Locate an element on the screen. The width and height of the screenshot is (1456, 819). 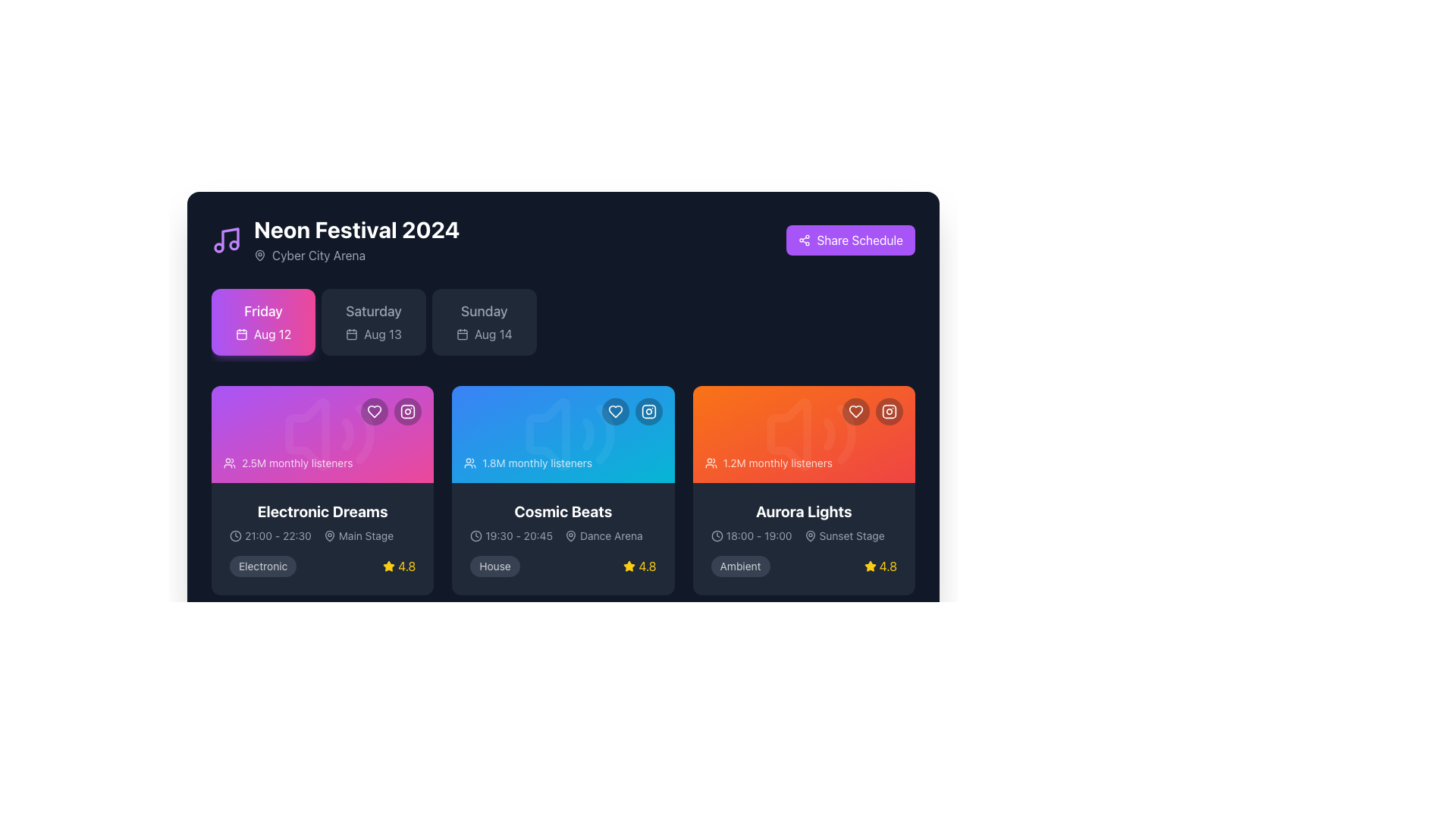
the text label indicating the location 'Cyber City Arena', which is positioned below the main heading 'Neon Festival 2024' and is accompanied by a location pin icon is located at coordinates (318, 254).